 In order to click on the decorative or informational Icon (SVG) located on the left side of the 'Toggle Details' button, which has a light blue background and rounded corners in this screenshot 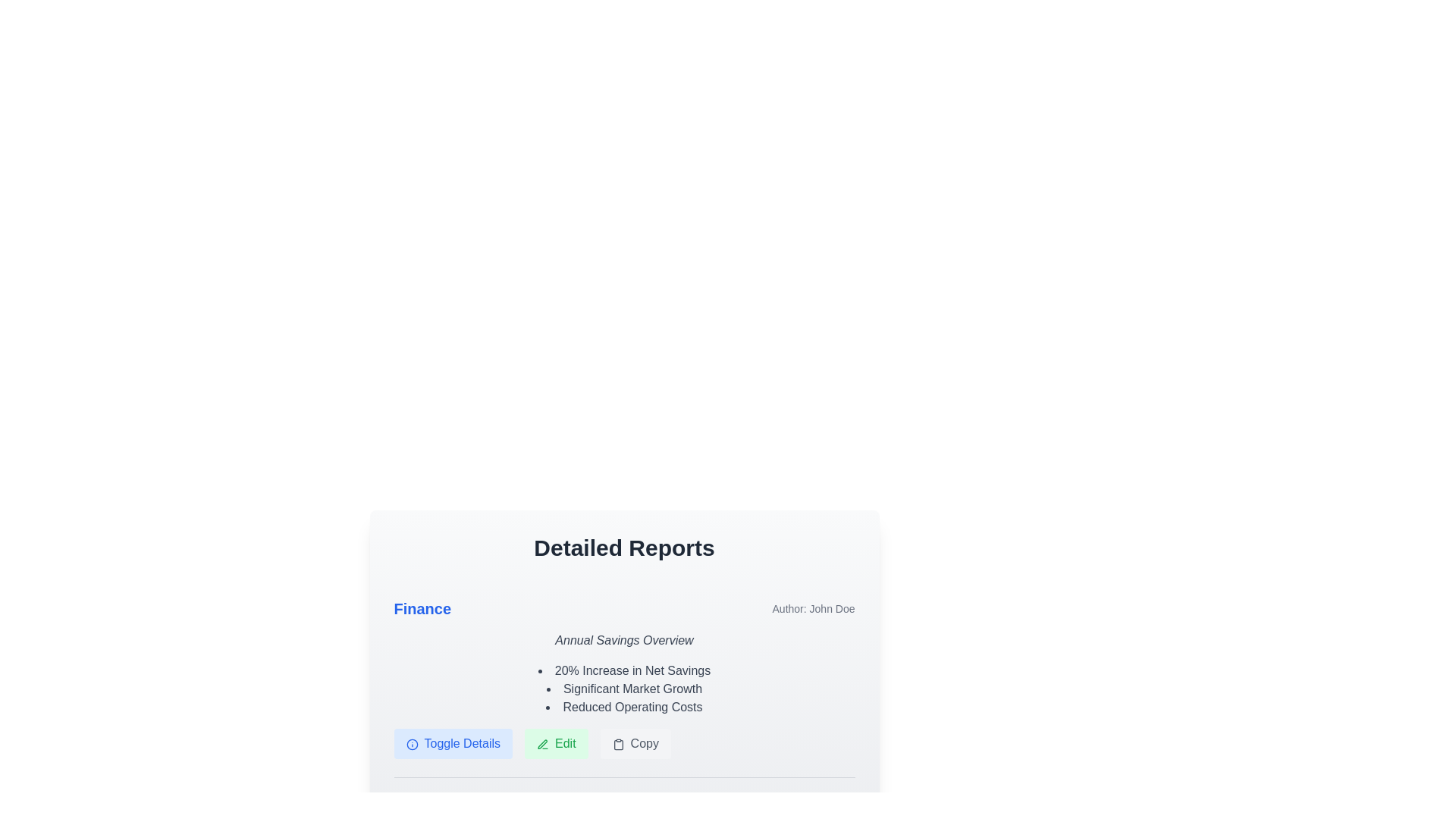, I will do `click(412, 743)`.